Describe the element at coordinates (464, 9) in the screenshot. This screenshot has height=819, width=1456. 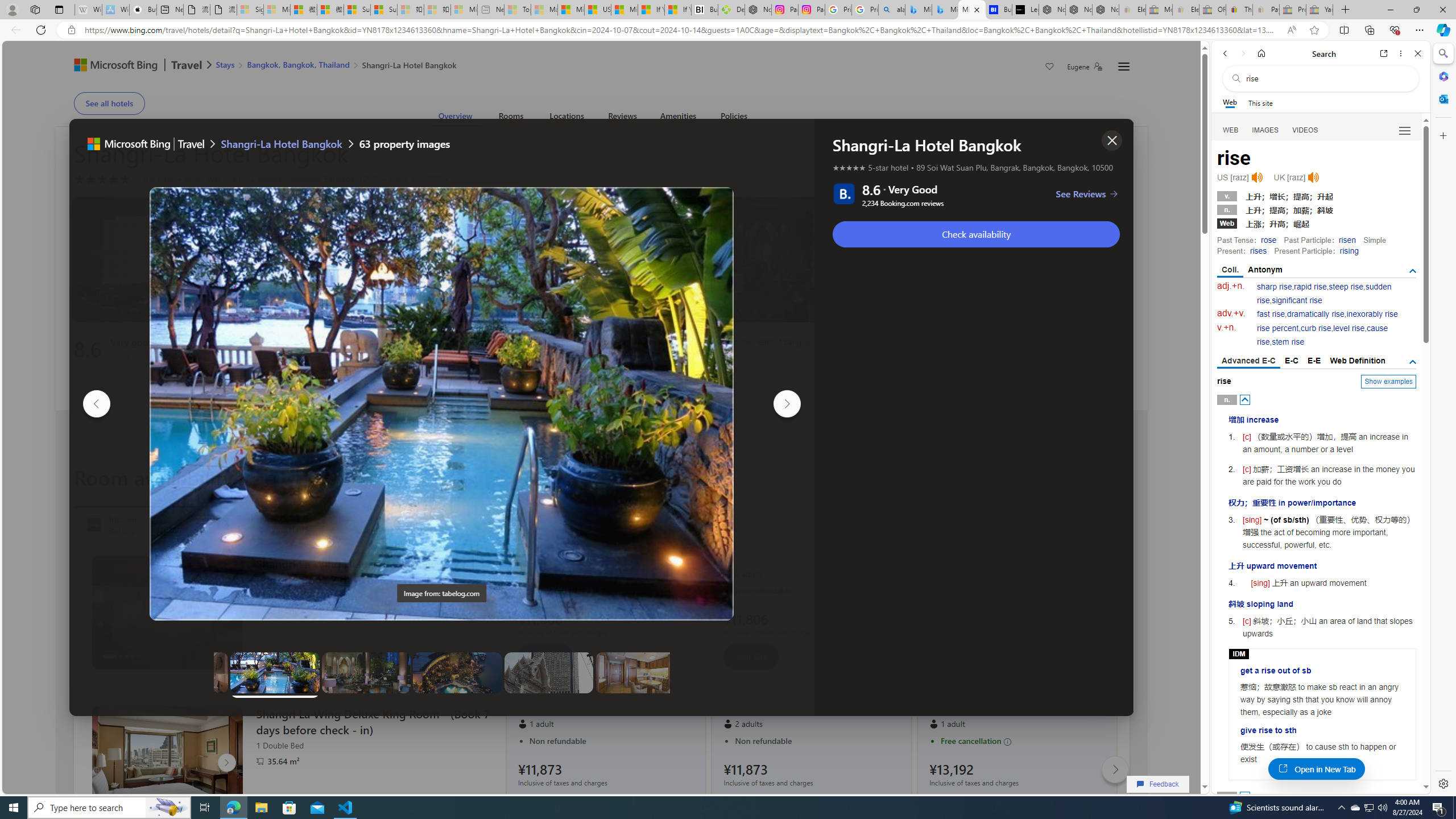
I see `'Microsoft account | Account Checkup - Sleeping'` at that location.